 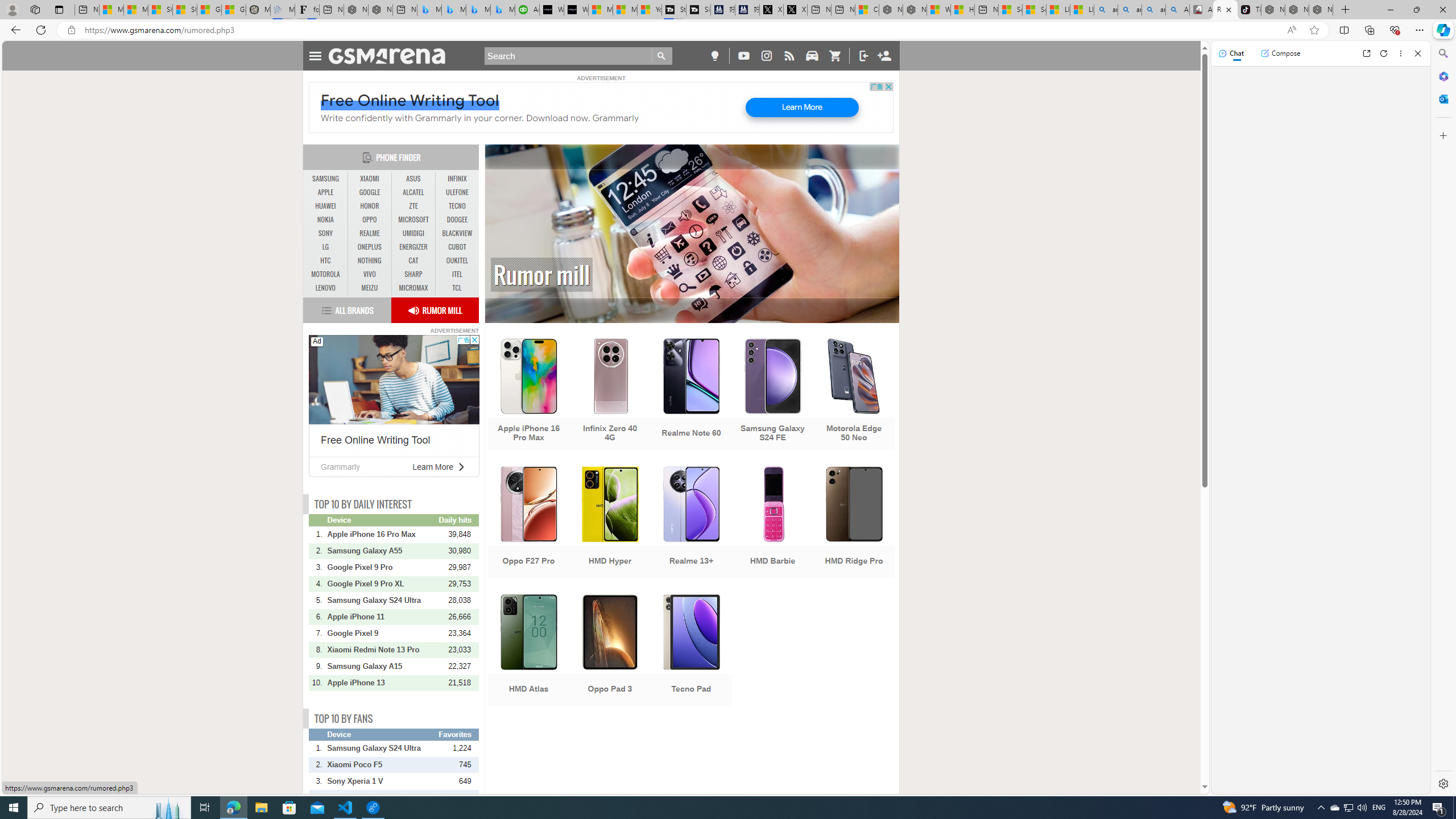 What do you see at coordinates (413, 192) in the screenshot?
I see `'ALCATEL'` at bounding box center [413, 192].